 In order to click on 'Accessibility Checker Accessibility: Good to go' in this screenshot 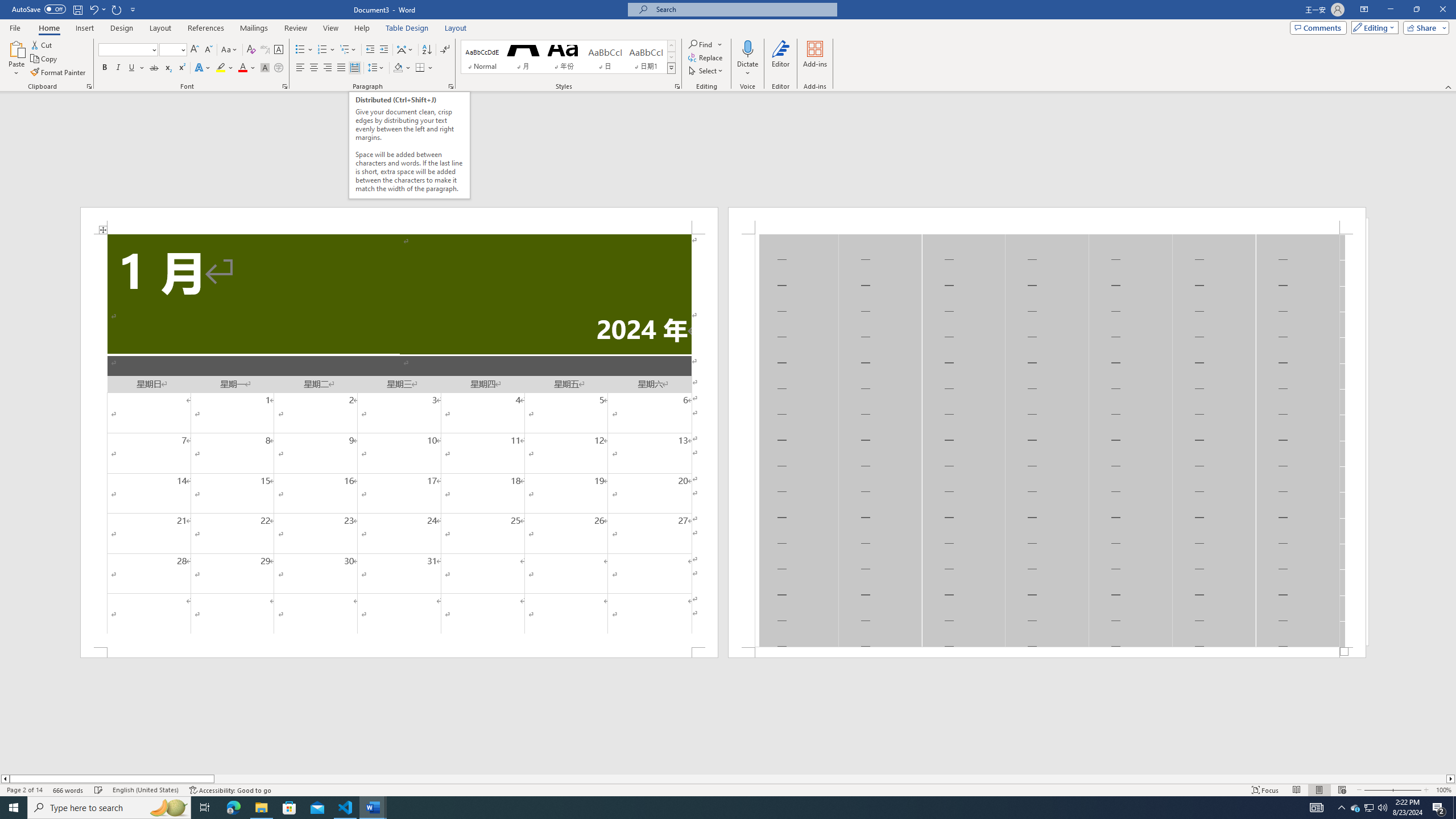, I will do `click(230, 790)`.